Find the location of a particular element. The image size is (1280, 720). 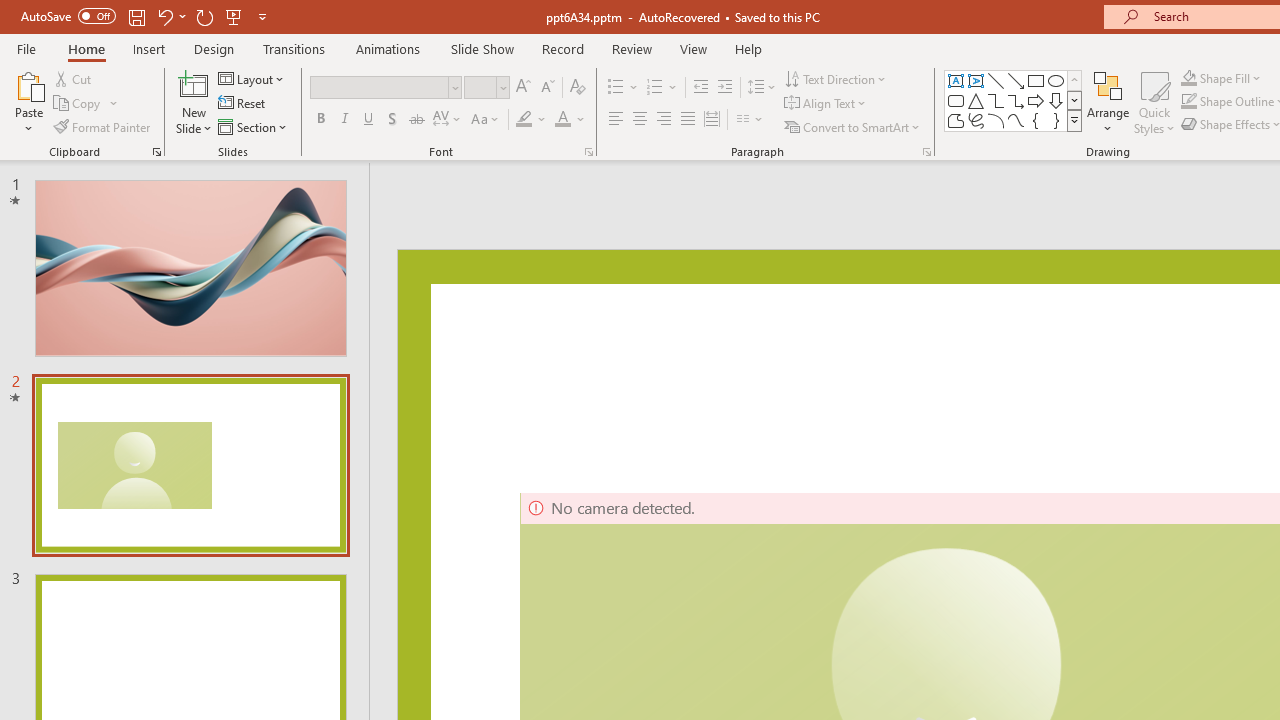

'Convert to SmartArt' is located at coordinates (853, 127).